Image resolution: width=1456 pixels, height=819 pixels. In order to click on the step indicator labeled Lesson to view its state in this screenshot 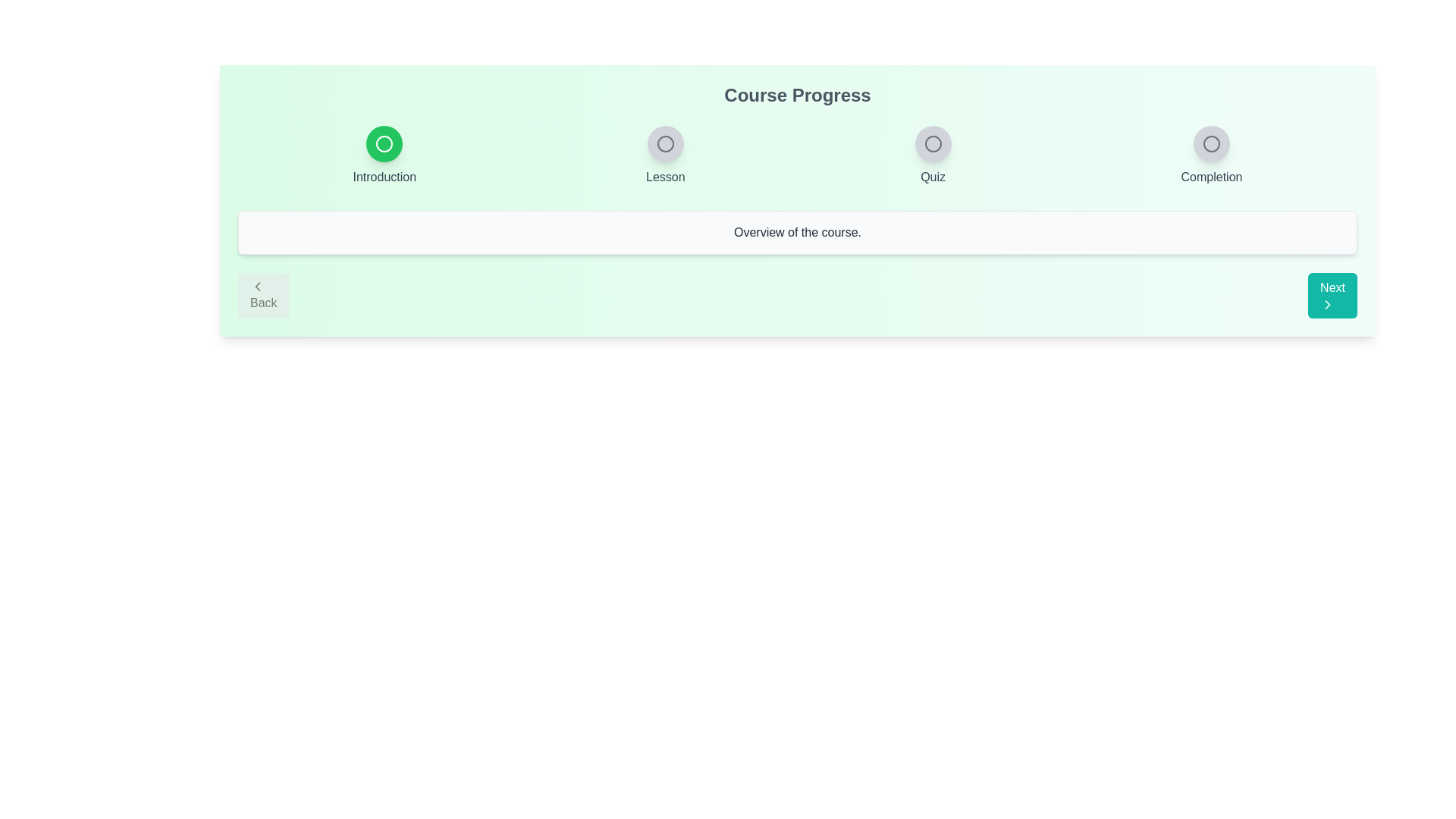, I will do `click(665, 155)`.